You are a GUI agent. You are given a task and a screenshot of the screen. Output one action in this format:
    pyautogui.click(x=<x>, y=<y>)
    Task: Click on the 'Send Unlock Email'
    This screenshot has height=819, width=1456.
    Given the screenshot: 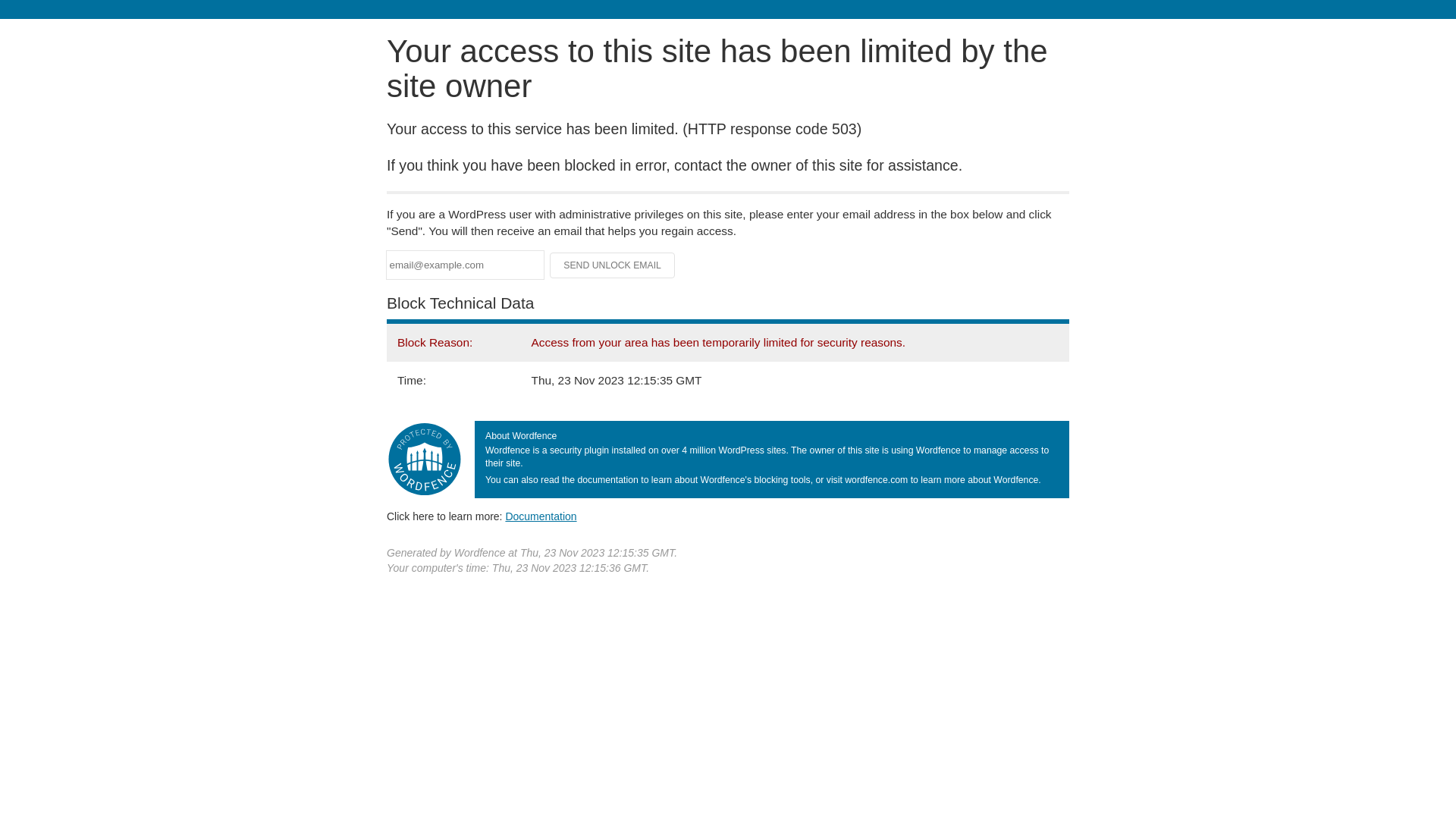 What is the action you would take?
    pyautogui.click(x=612, y=265)
    